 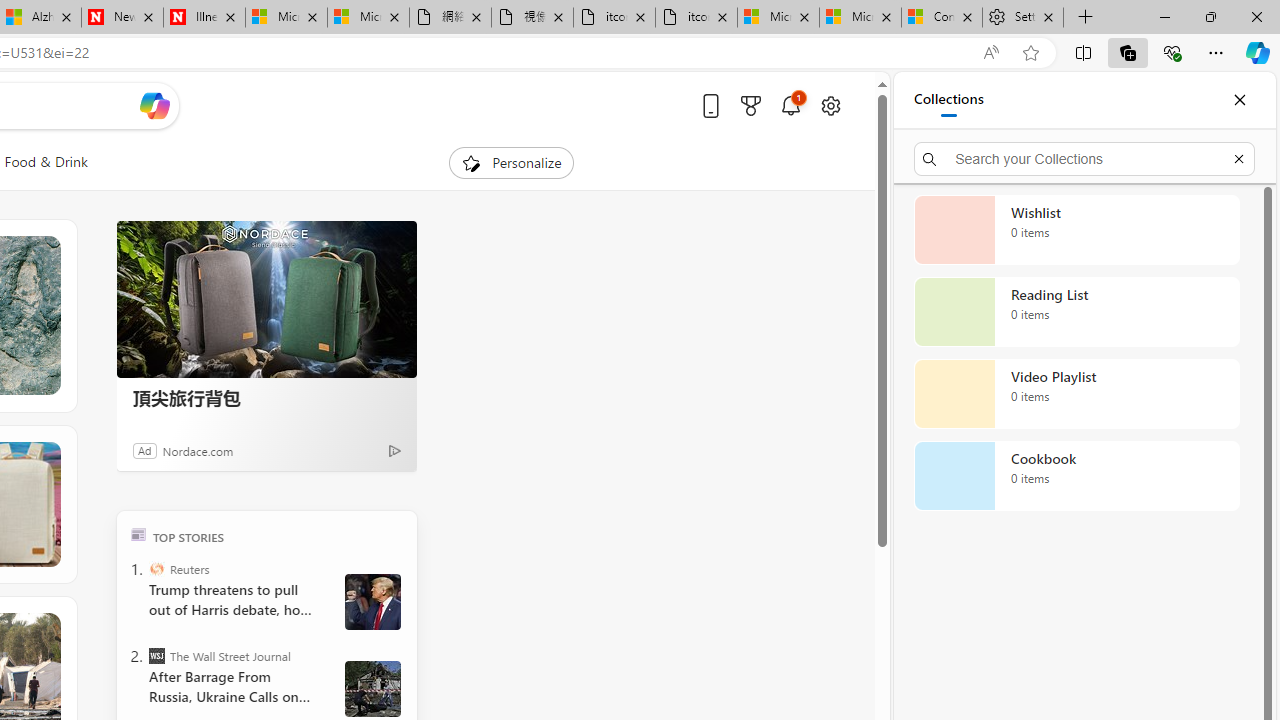 I want to click on 'Search your Collections', so click(x=1083, y=158).